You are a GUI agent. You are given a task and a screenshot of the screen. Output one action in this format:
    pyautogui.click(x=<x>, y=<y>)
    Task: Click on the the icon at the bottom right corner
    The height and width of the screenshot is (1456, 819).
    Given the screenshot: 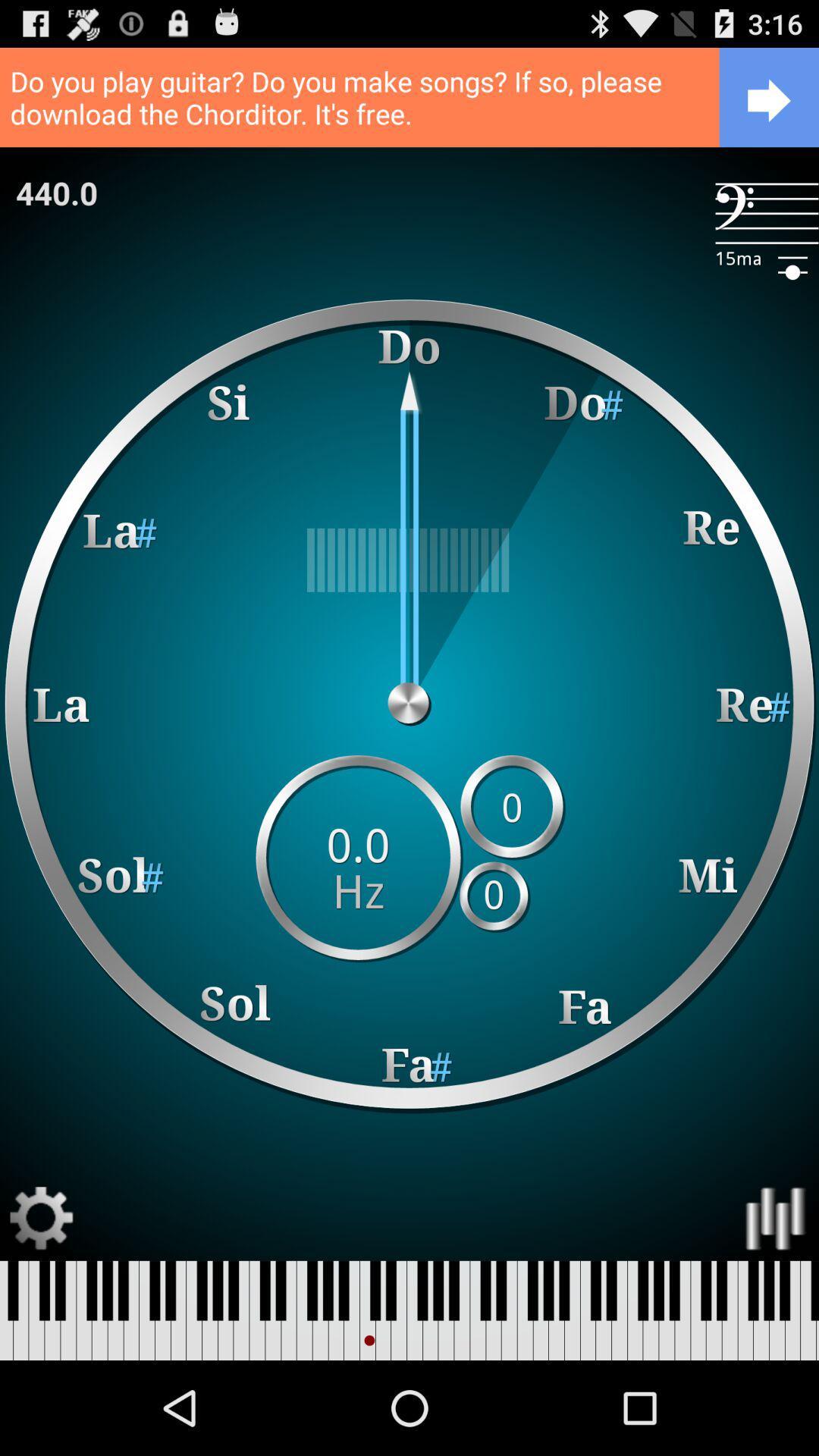 What is the action you would take?
    pyautogui.click(x=777, y=1219)
    